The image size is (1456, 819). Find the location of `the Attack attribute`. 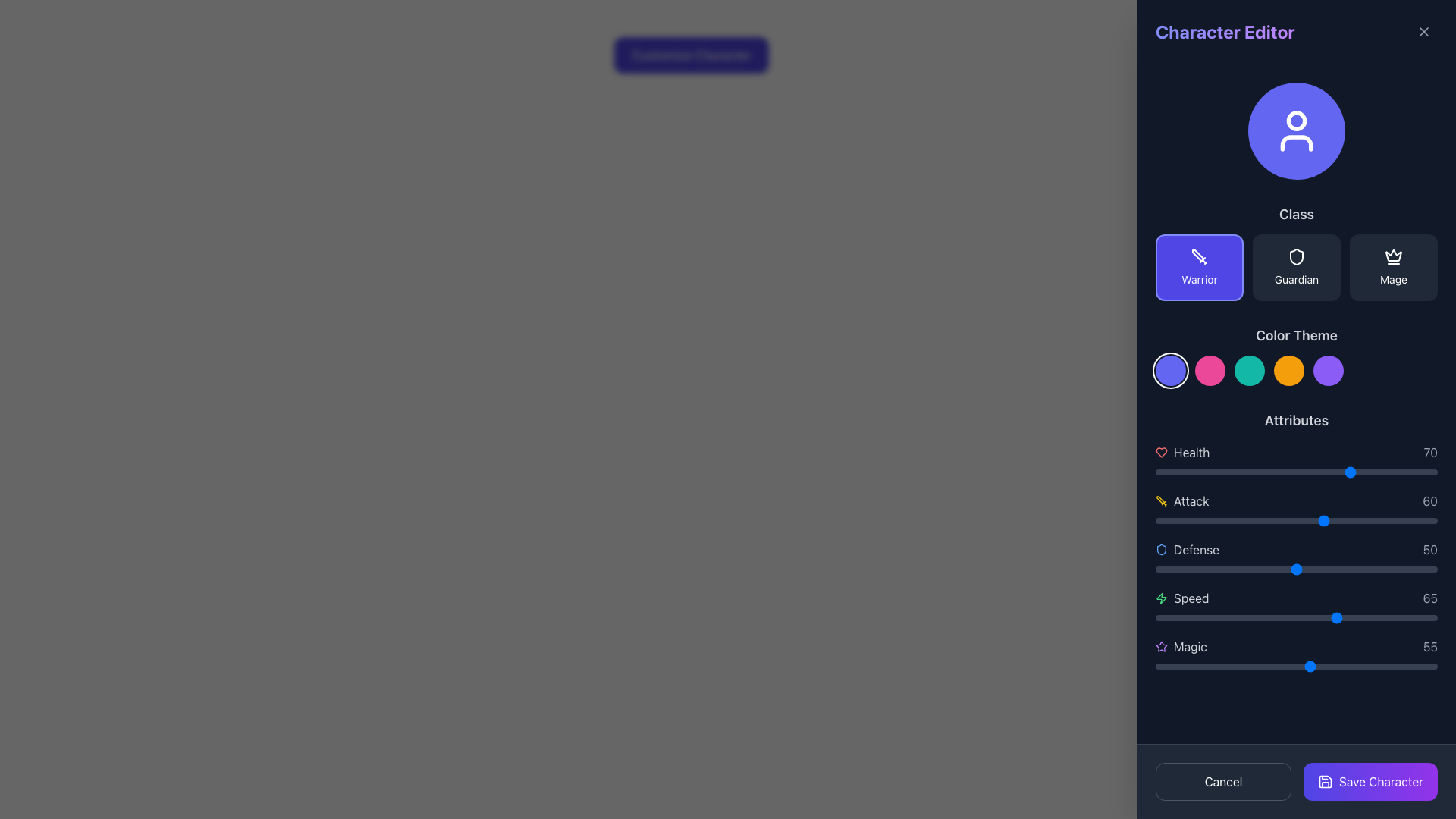

the Attack attribute is located at coordinates (1271, 519).